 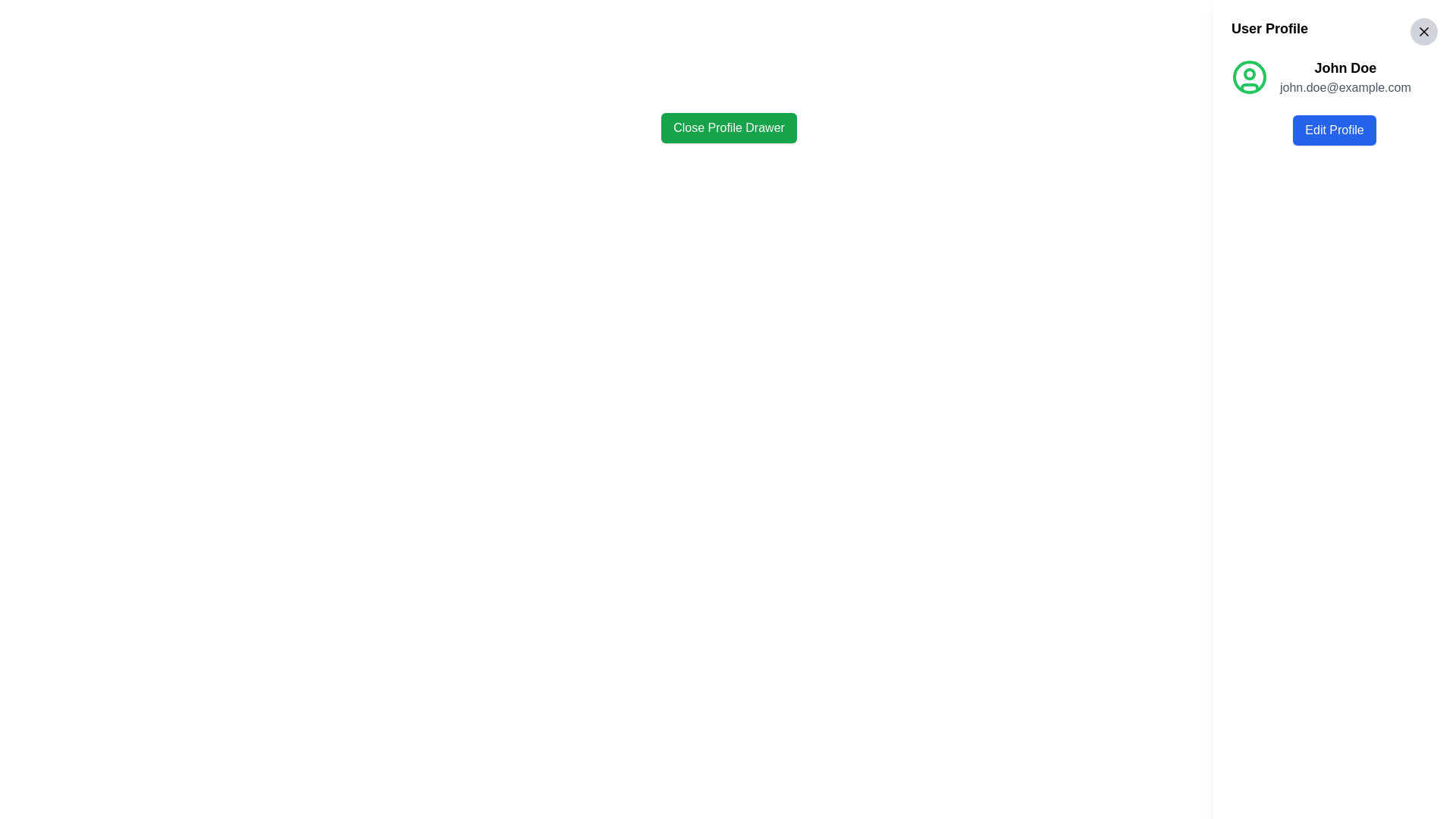 I want to click on the blue rectangular 'Edit Profile' button, so click(x=1335, y=130).